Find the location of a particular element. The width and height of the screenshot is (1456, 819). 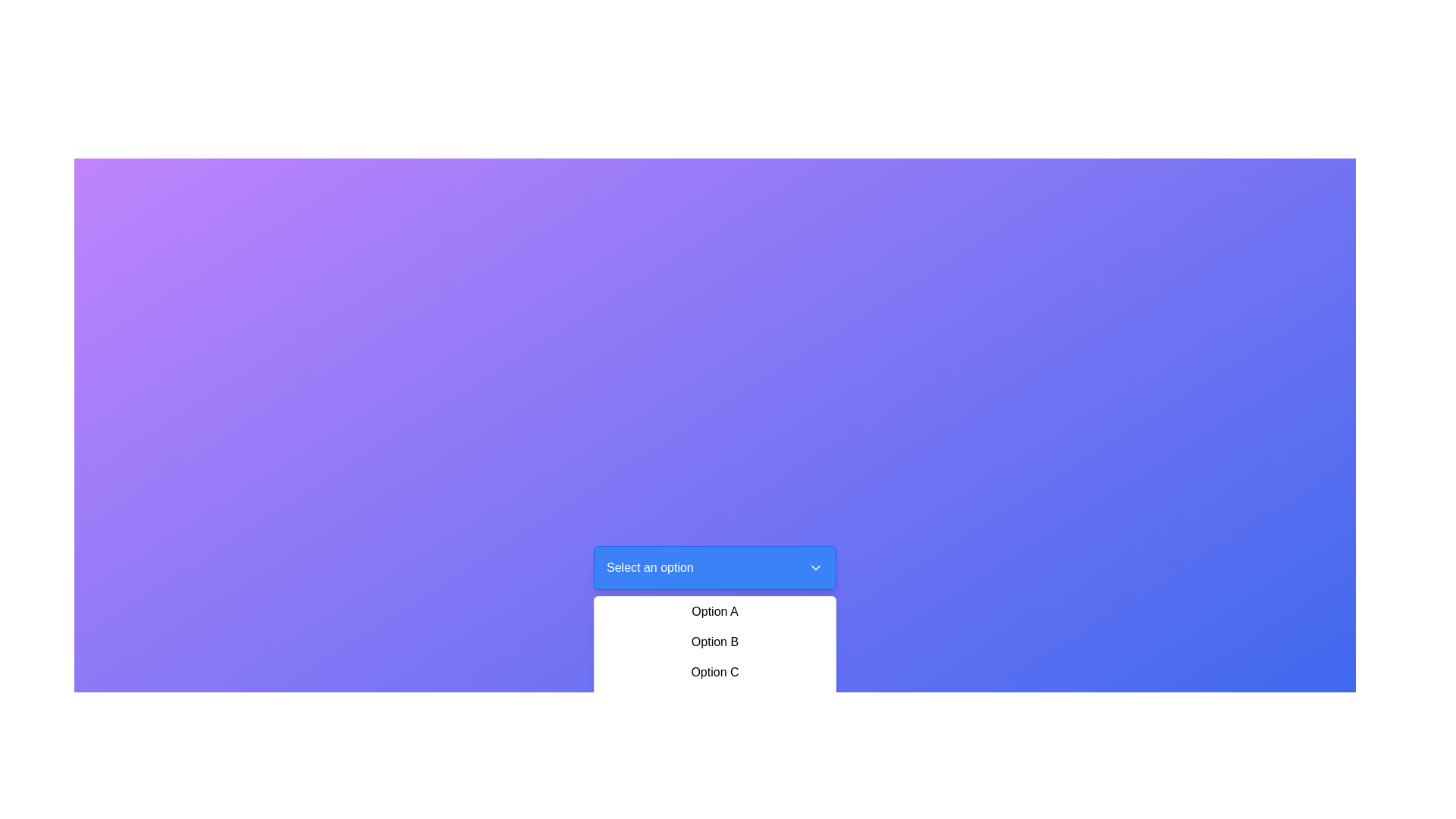

the dropdown menu labeled 'Select an option' with a blue background is located at coordinates (714, 567).